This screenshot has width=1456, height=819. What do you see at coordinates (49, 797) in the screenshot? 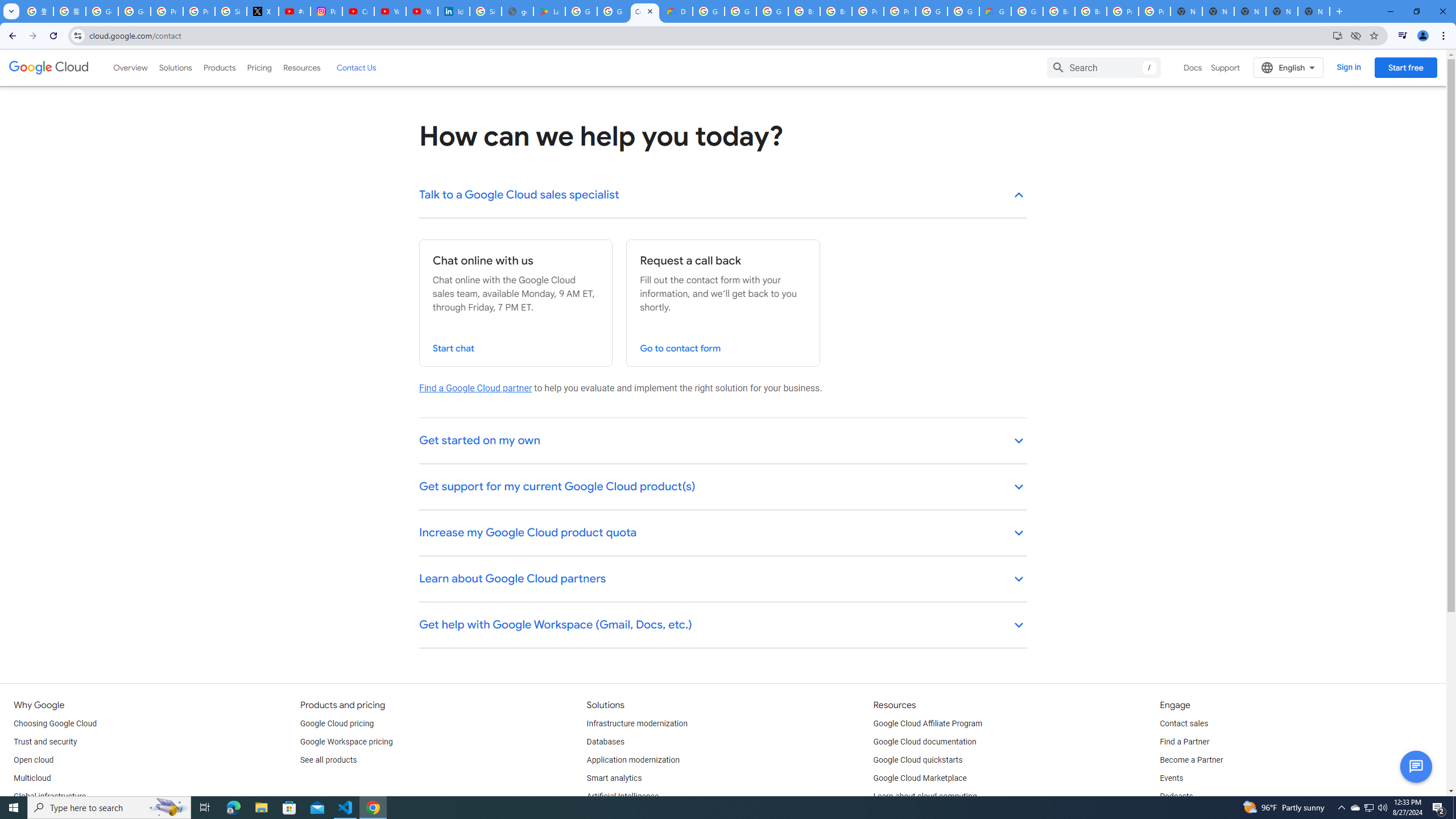
I see `'Global infrastructure'` at bounding box center [49, 797].